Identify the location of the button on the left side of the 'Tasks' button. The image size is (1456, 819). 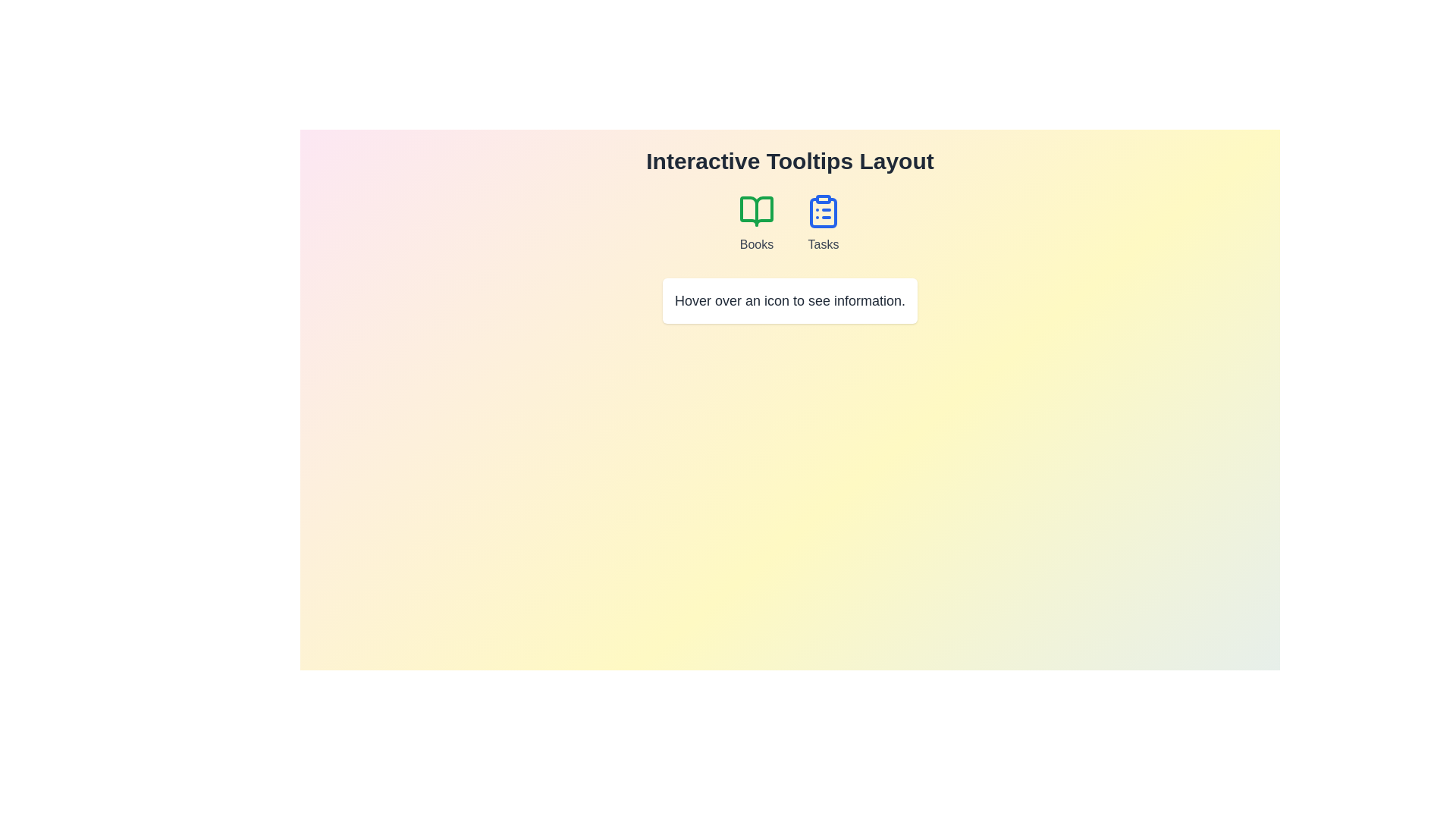
(757, 223).